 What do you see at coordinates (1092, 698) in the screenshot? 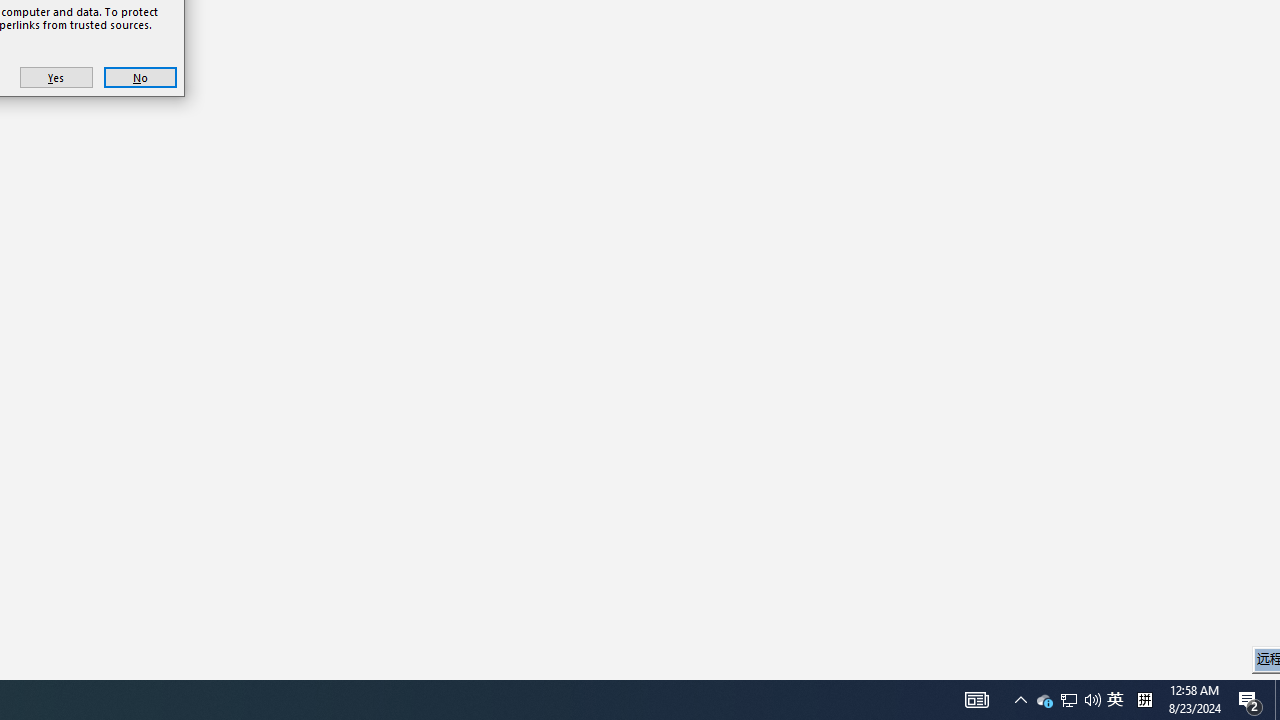
I see `'Tray Input Indicator - Chinese (Simplified, China)'` at bounding box center [1092, 698].